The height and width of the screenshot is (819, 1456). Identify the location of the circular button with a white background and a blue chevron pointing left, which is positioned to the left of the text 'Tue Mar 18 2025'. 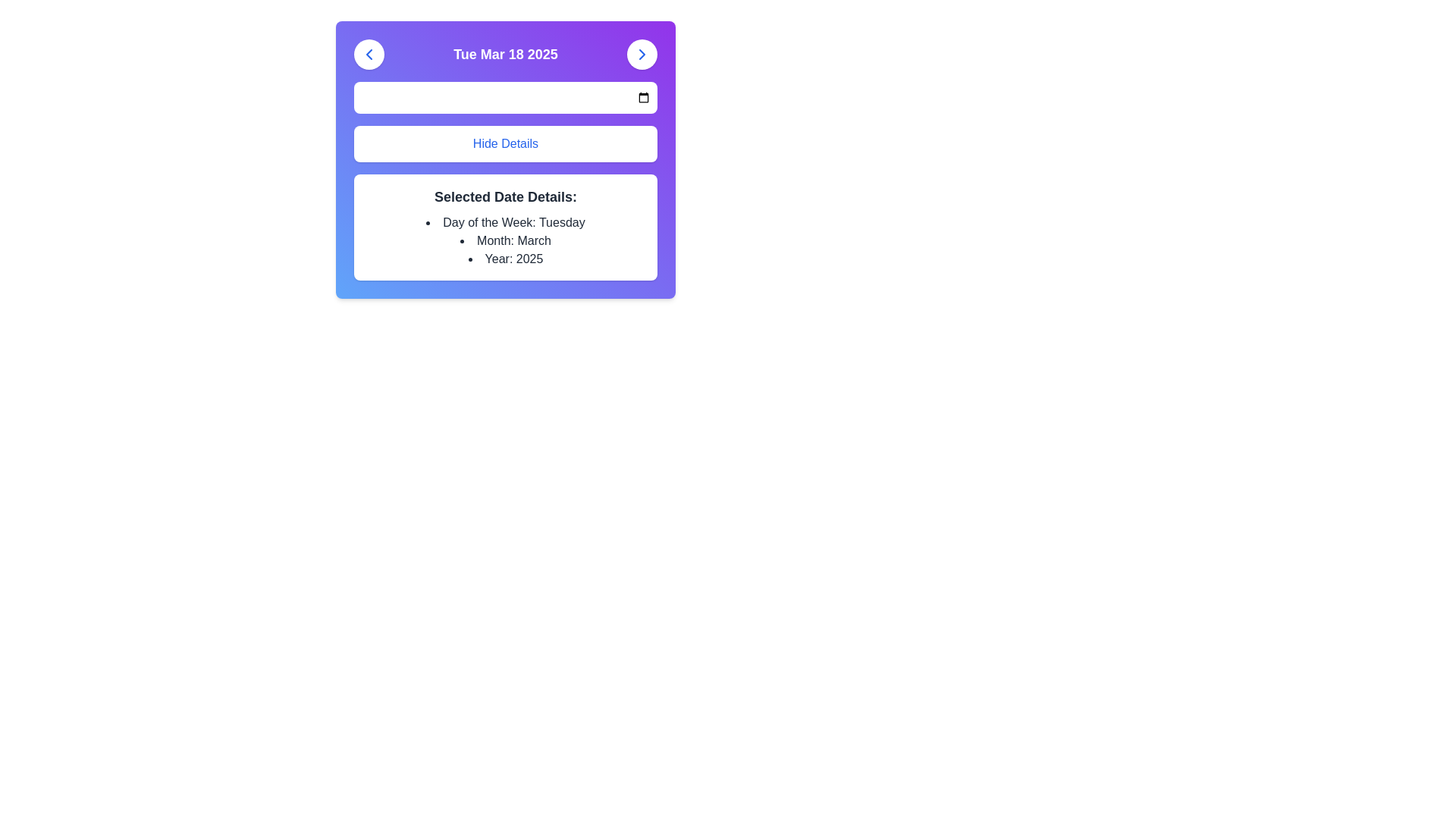
(369, 54).